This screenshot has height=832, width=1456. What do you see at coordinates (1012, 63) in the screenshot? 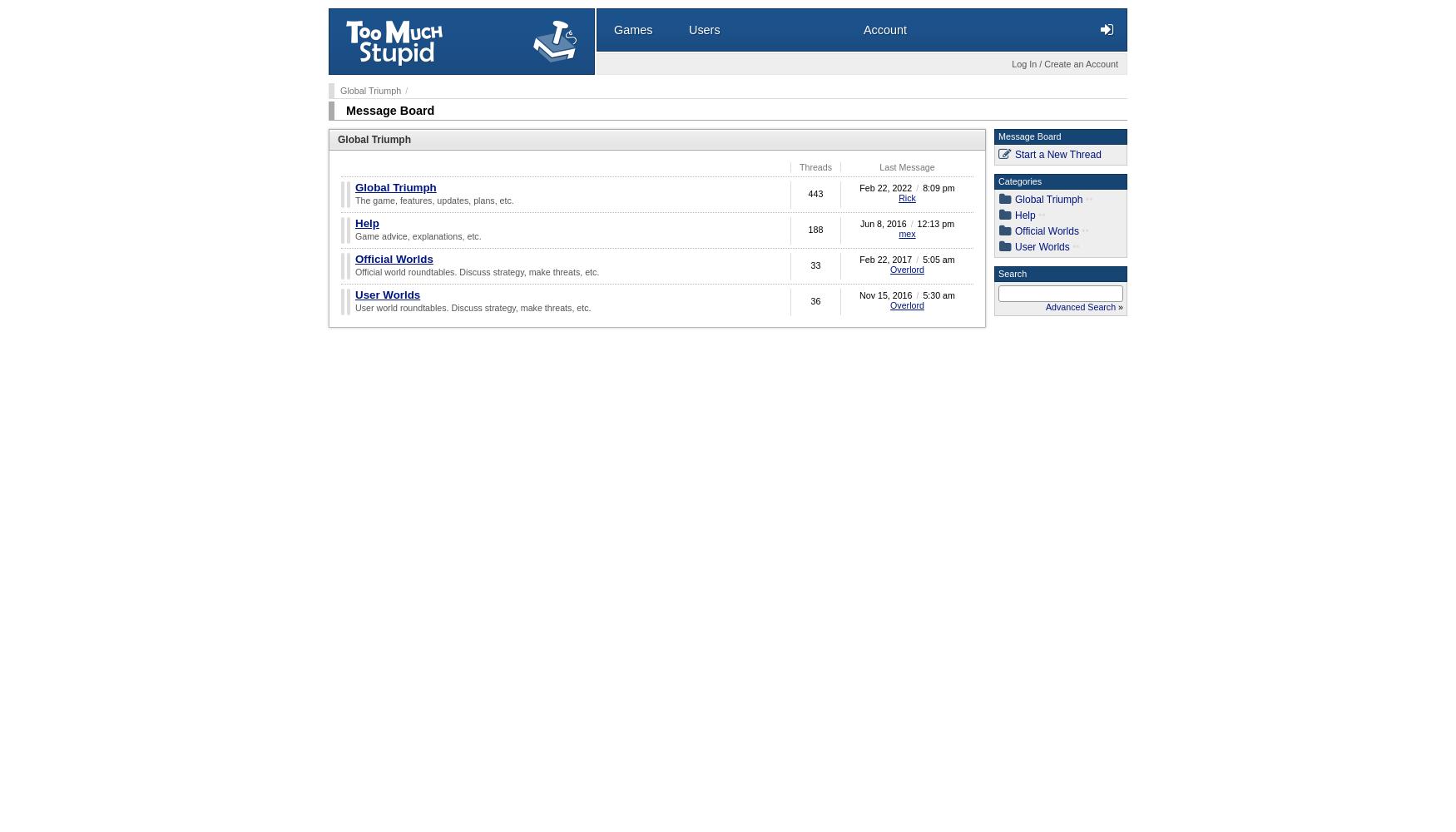
I see `'Log In / Create an Account'` at bounding box center [1012, 63].